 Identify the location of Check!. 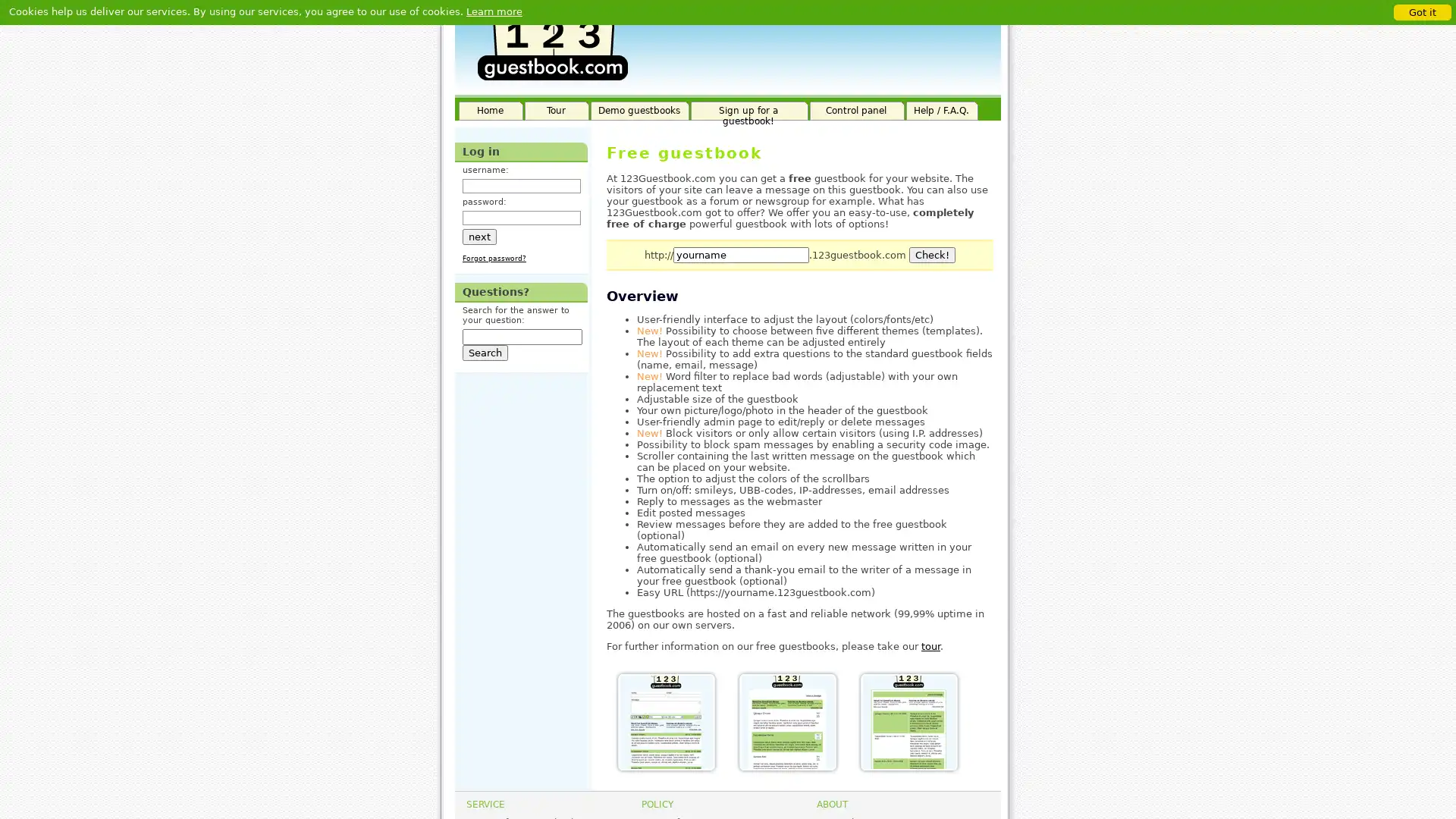
(931, 253).